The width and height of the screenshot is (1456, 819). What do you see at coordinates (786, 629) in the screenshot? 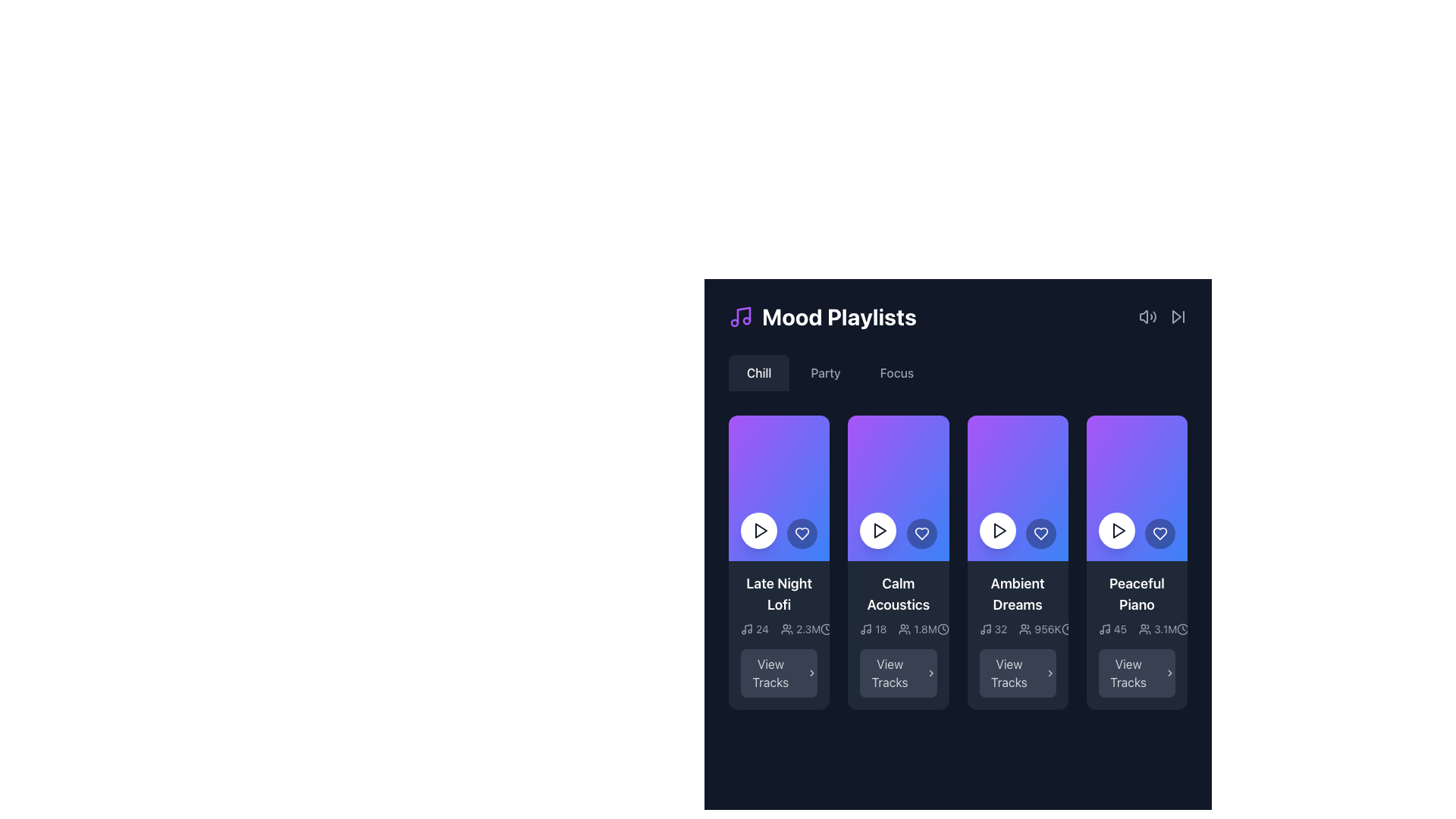
I see `the icon located to the left of the numerical text '2.3M' which indicates user-related statistics for the 'Late Night Lofi' playlist` at bounding box center [786, 629].